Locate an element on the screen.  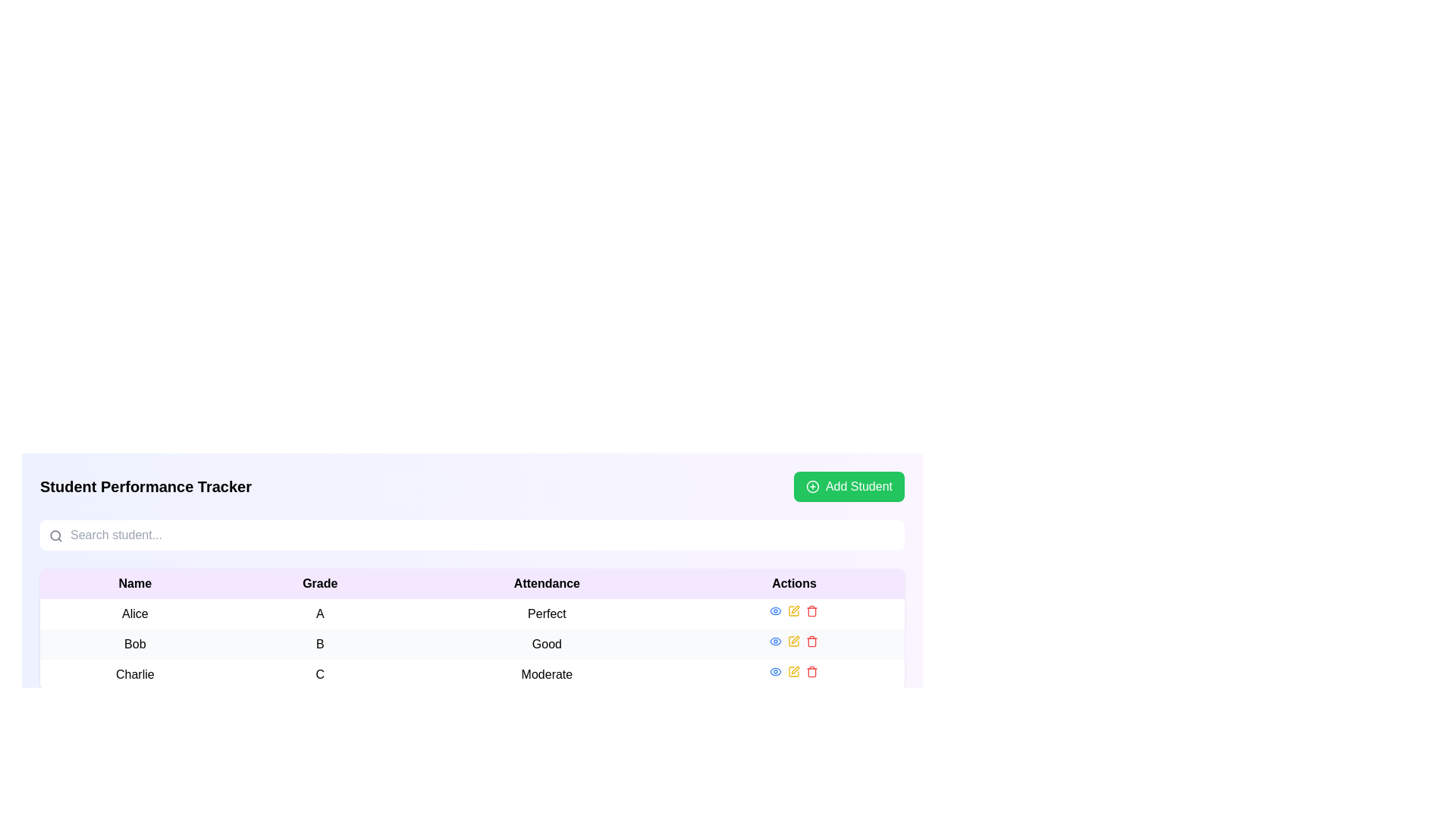
the delete button located at the bottom-right corner of the 'Actions' column in the last row of the table, aligned with the 'Moderate' attendance entry is located at coordinates (811, 671).